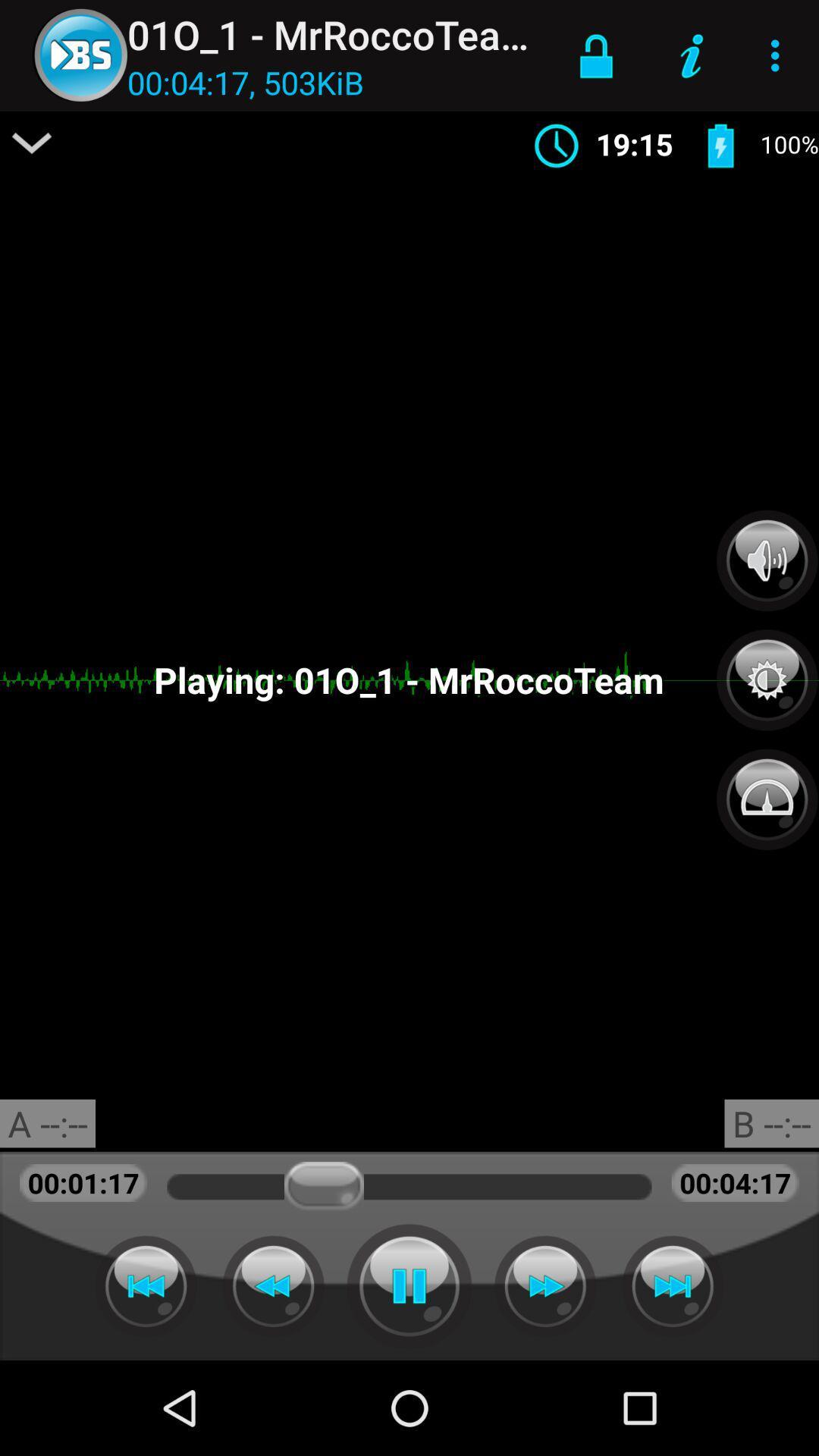  What do you see at coordinates (767, 671) in the screenshot?
I see `set brightness settings` at bounding box center [767, 671].